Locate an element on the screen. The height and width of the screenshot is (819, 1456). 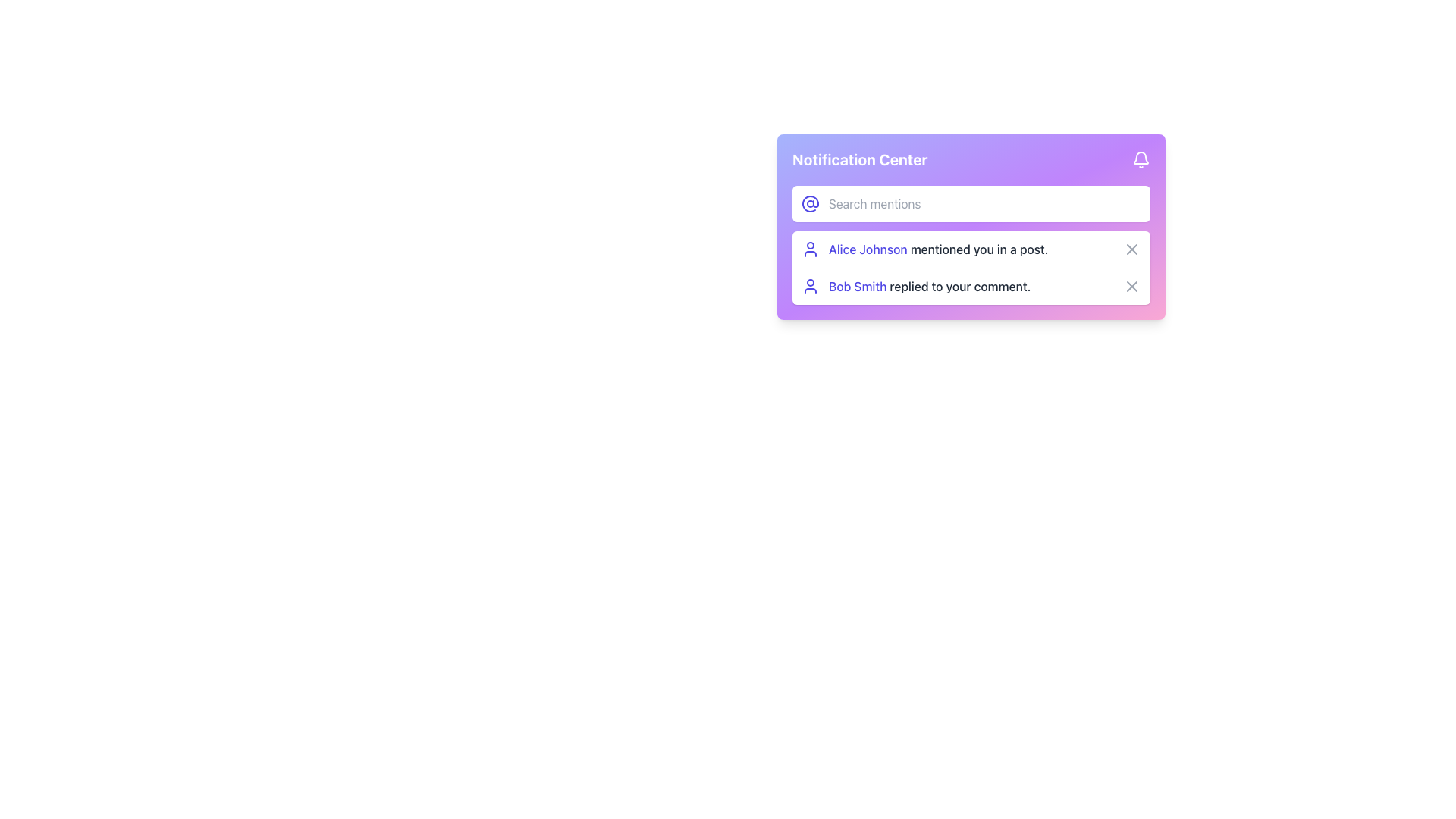
the dismiss button located within the notification for 'Alice Johnson mentioned you in a post' is located at coordinates (1131, 248).